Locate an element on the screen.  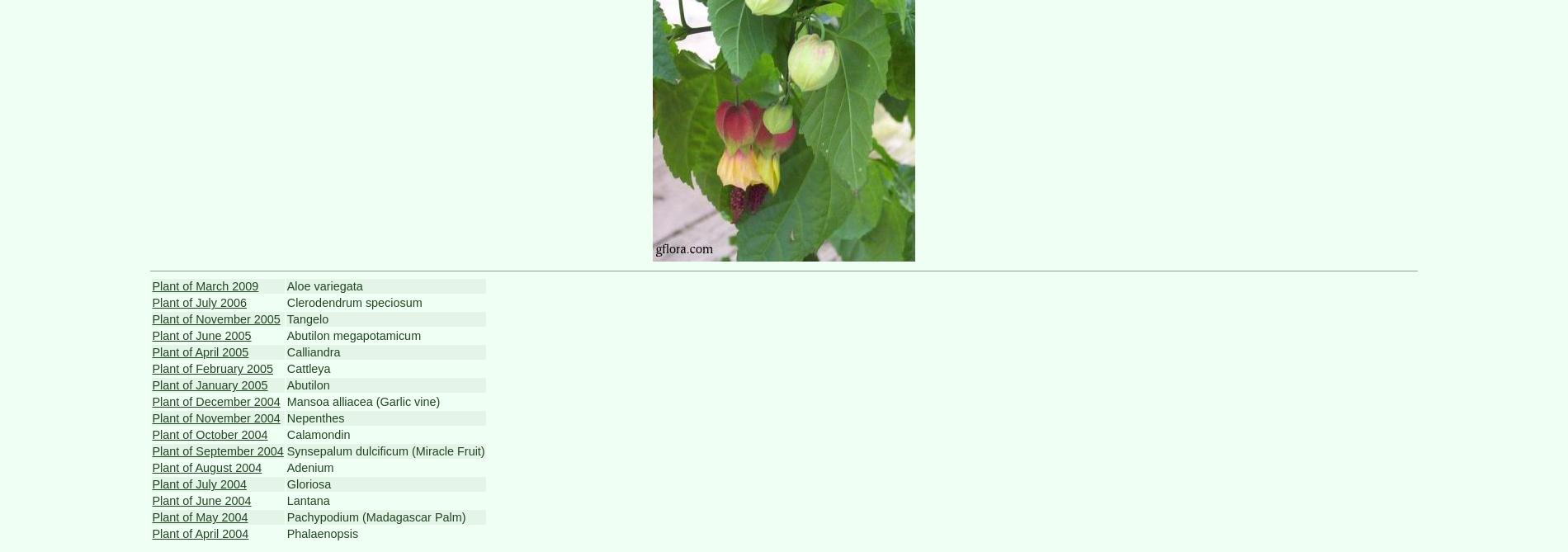
'Plant of October 2004' is located at coordinates (209, 434).